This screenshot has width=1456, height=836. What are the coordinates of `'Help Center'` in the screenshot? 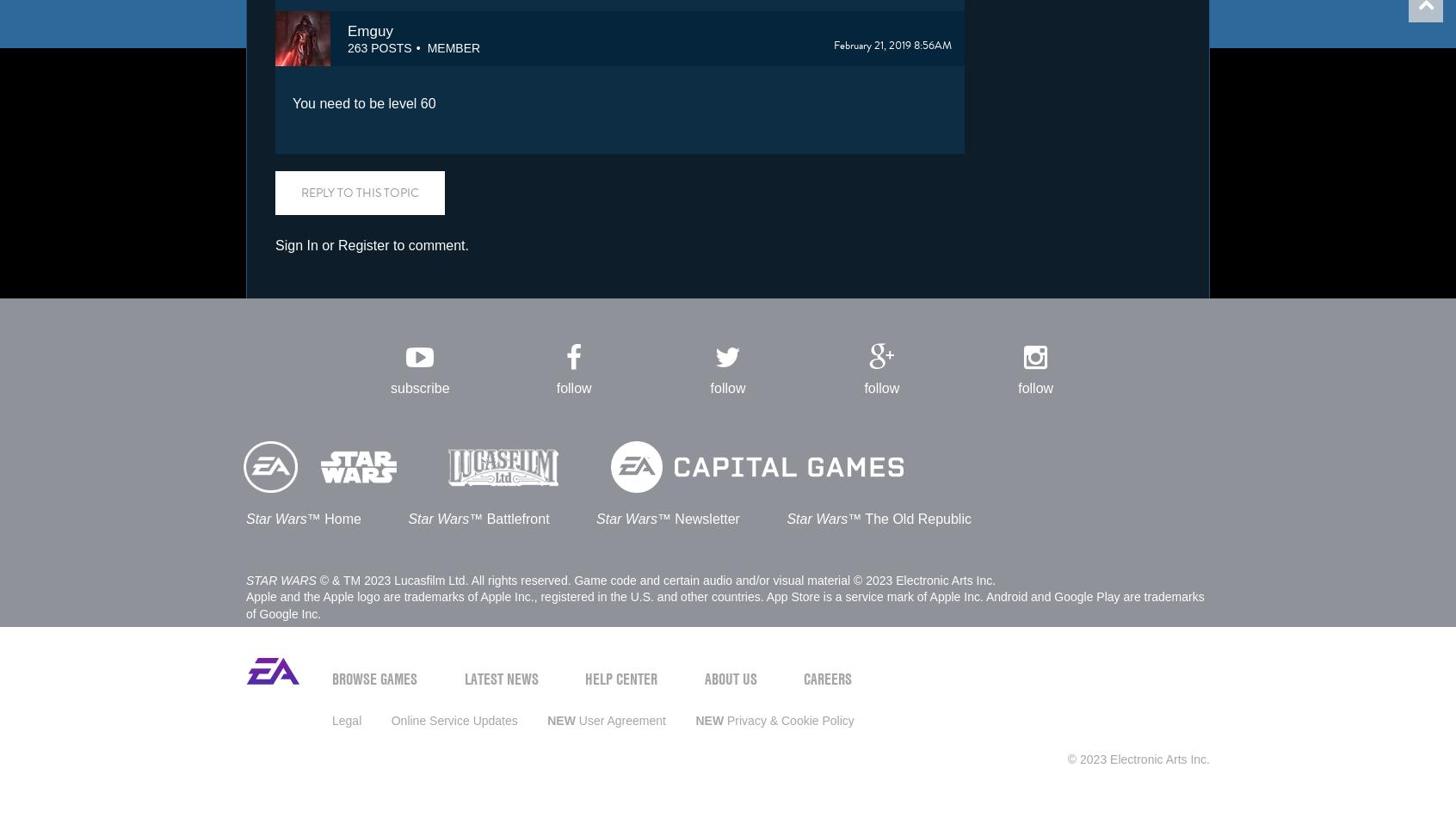 It's located at (620, 679).